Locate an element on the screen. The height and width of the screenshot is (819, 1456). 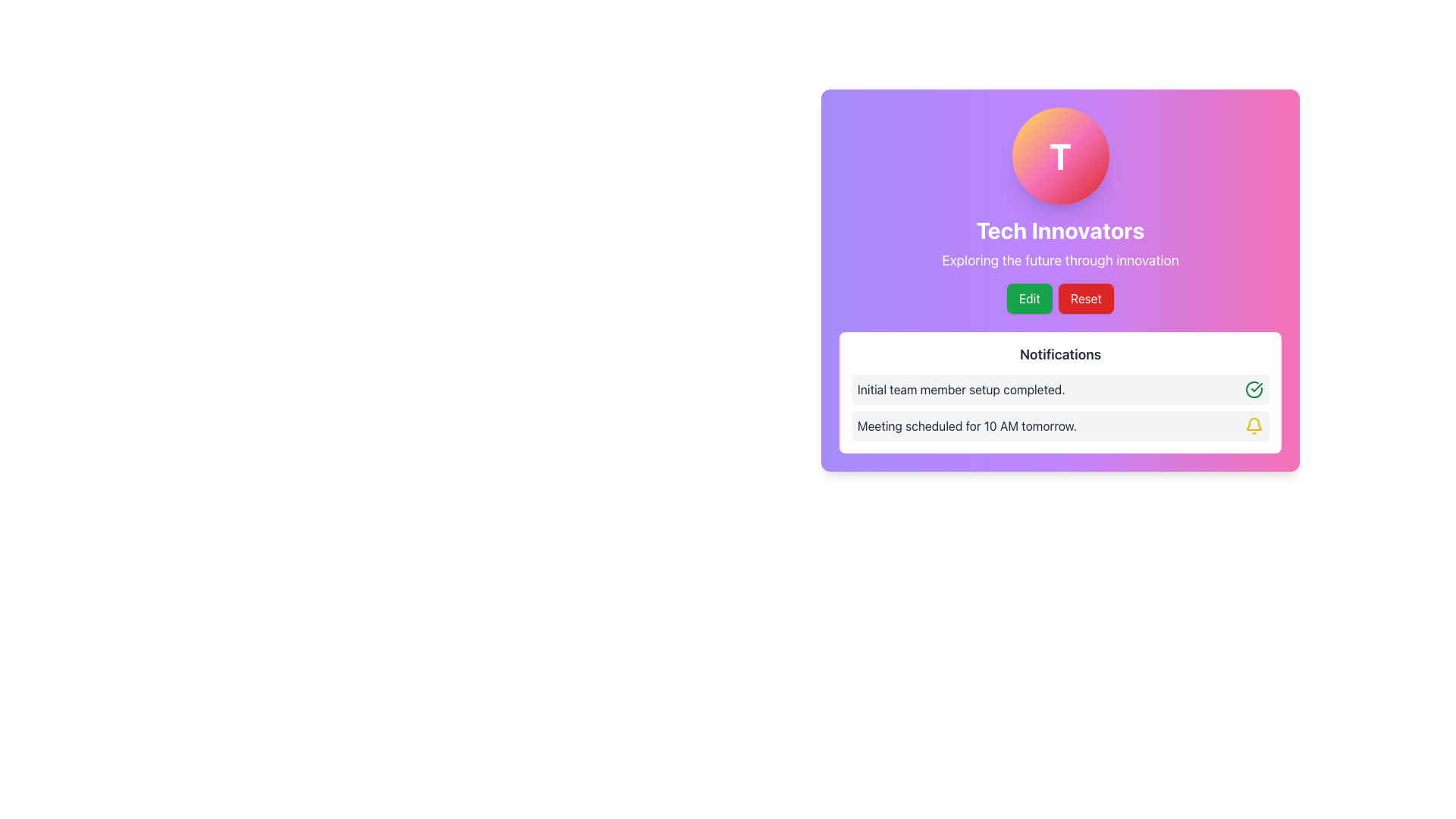
the SVG Checkmark icon that visually represents the successful completion of a task, located near the 'Initial team member setup completed.' notification message is located at coordinates (1257, 386).